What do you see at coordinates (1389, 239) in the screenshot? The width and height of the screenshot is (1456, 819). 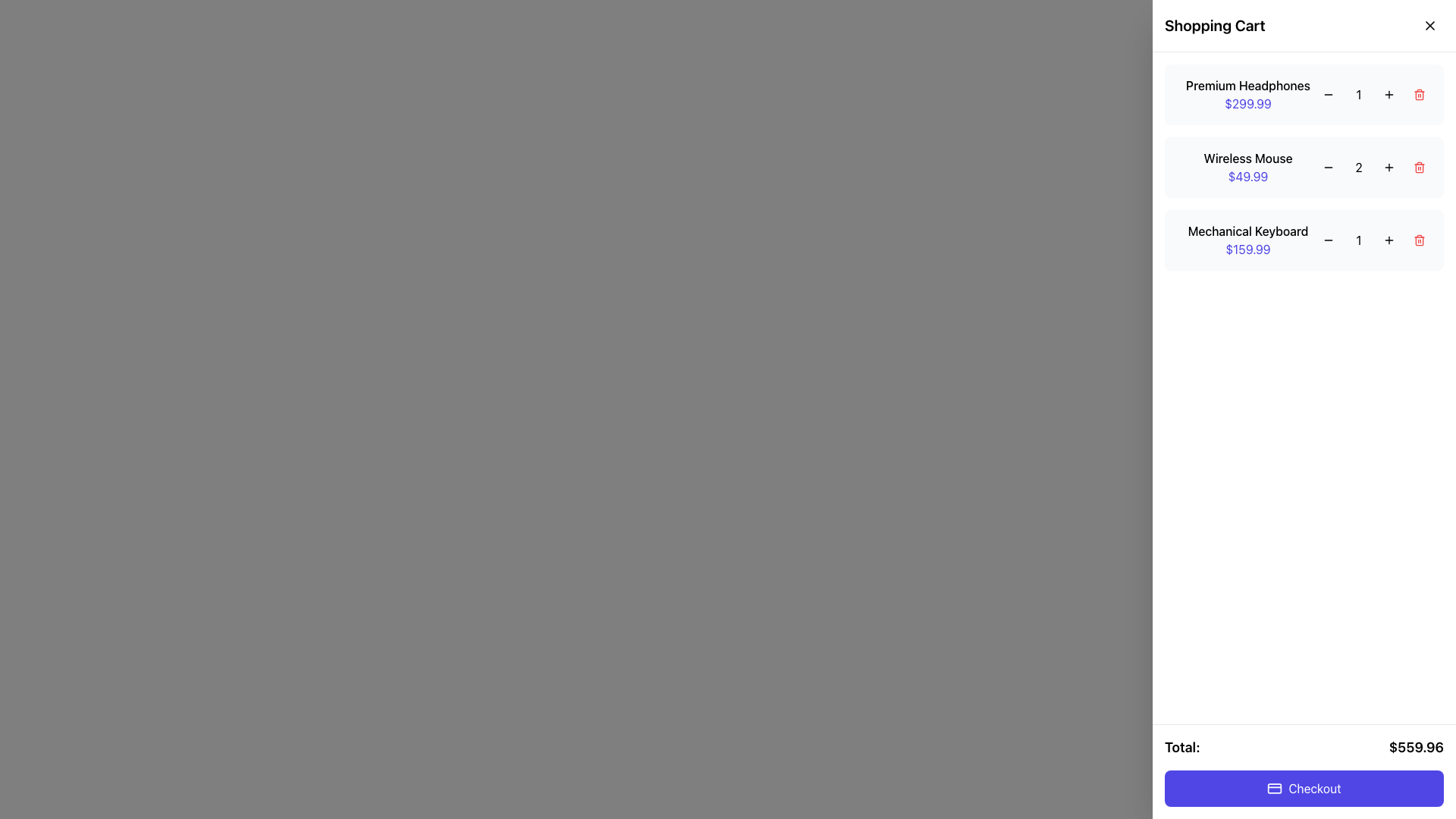 I see `the plus icon on the right side of the 'Mechanical Keyboard' shopping cart row to increase the quantity of the item` at bounding box center [1389, 239].